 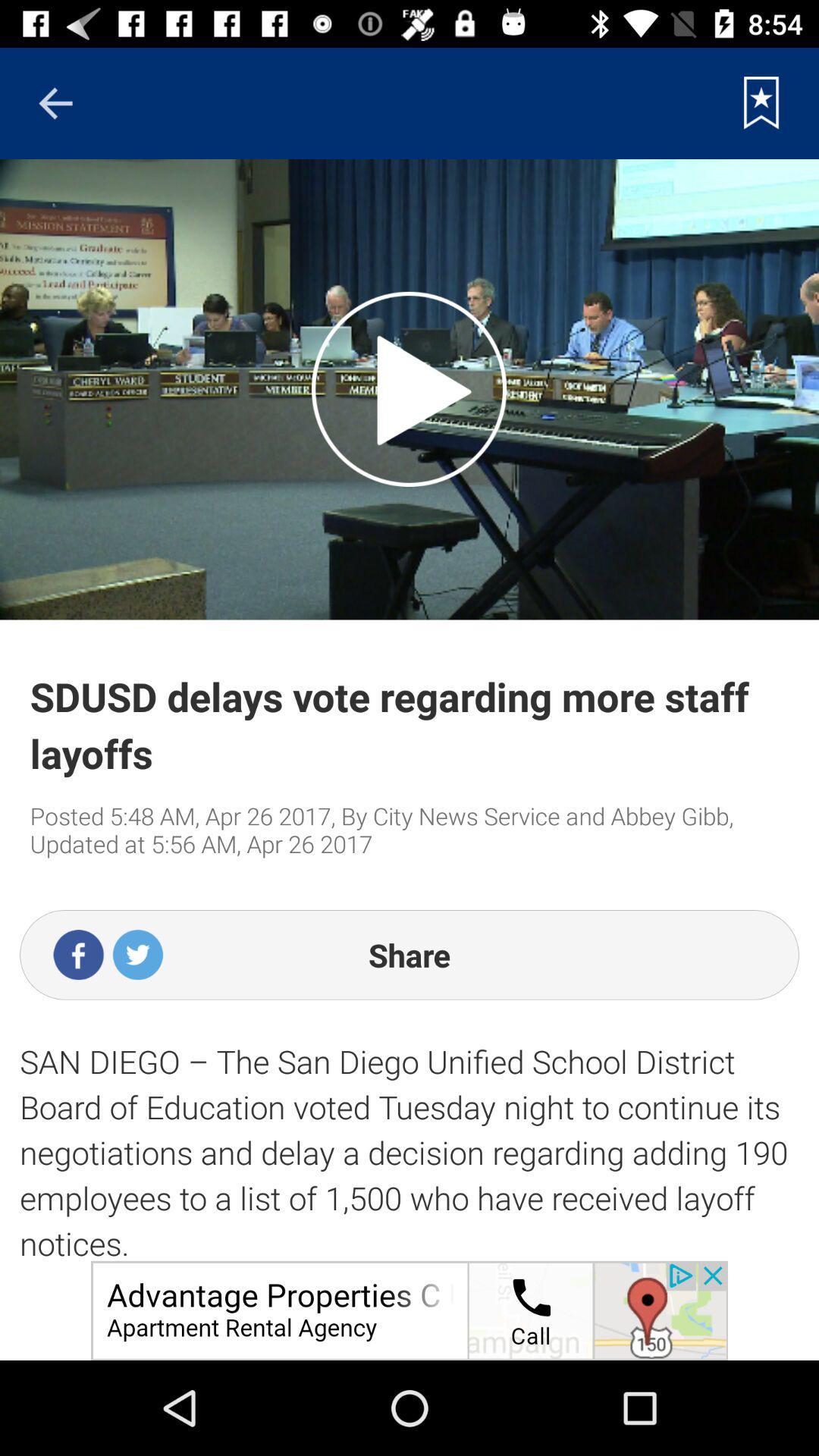 What do you see at coordinates (408, 389) in the screenshot?
I see `stop` at bounding box center [408, 389].